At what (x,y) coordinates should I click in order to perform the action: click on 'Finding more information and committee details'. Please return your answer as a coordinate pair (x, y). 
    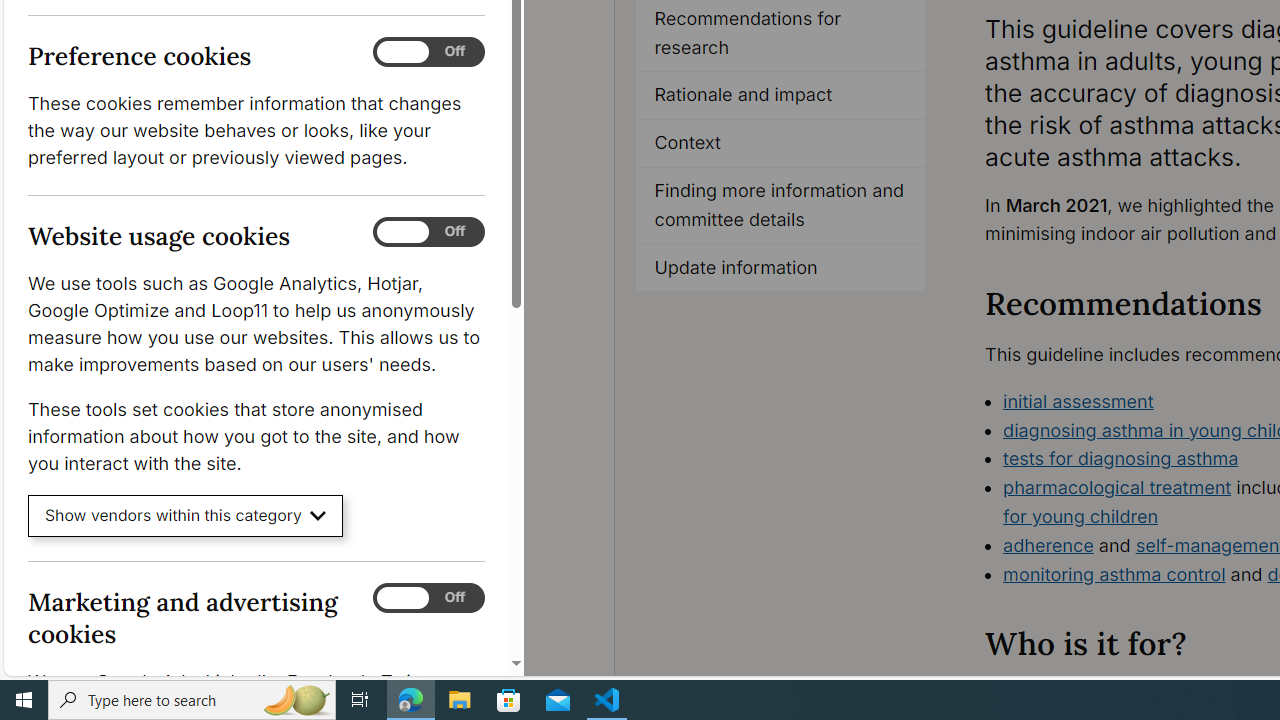
    Looking at the image, I should click on (780, 205).